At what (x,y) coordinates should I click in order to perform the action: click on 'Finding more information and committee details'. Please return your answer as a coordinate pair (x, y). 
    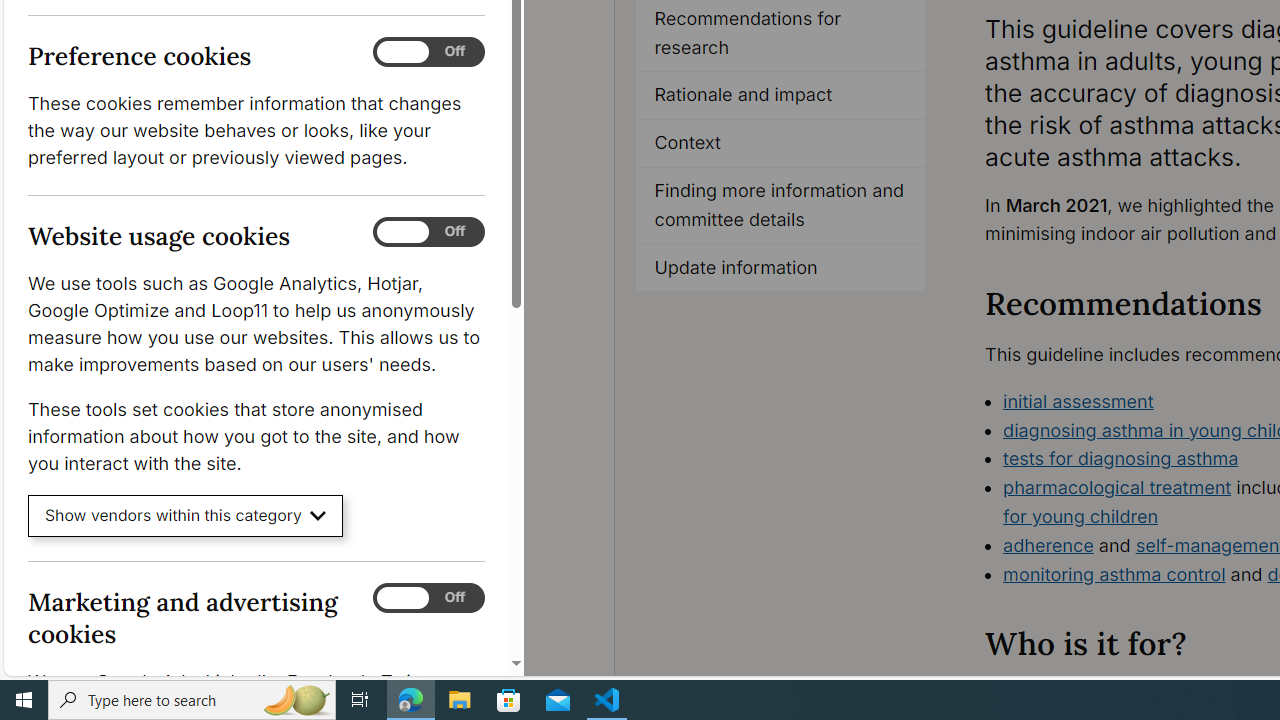
    Looking at the image, I should click on (780, 205).